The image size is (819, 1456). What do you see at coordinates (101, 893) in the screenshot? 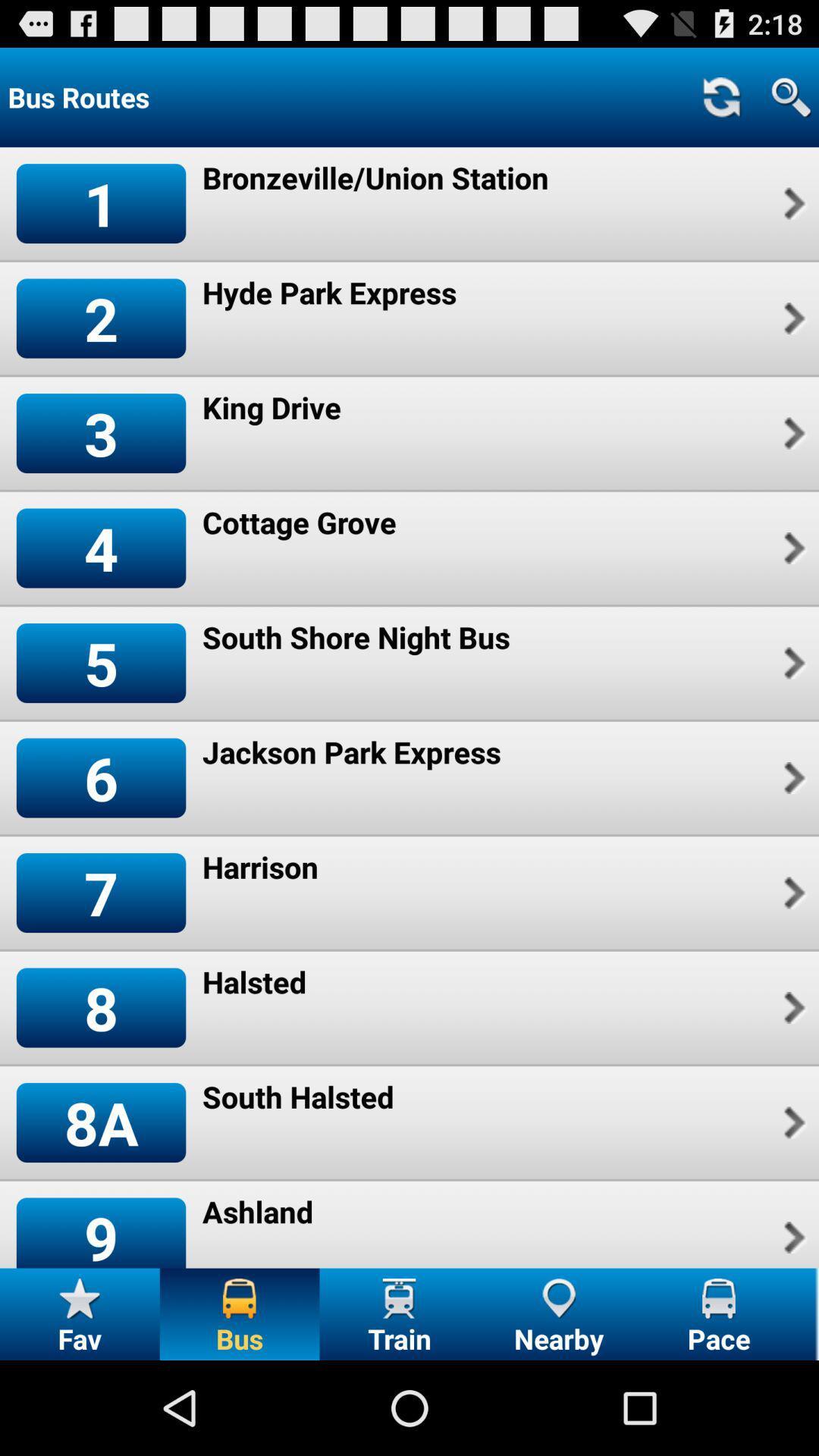
I see `icon below 6 icon` at bounding box center [101, 893].